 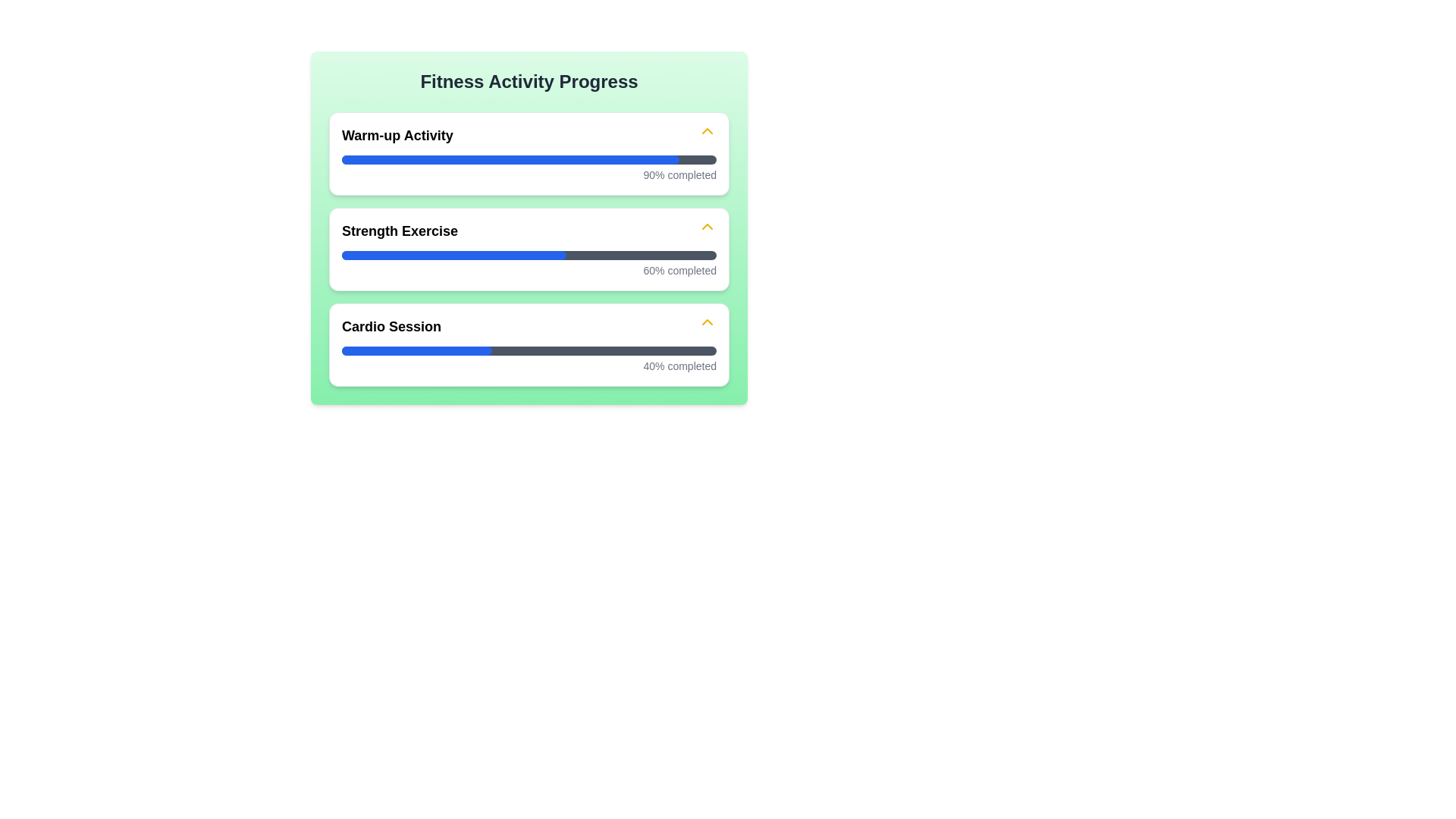 What do you see at coordinates (706, 324) in the screenshot?
I see `the Chevron Up icon located in the top-right corner of the 'Cardio Session' card` at bounding box center [706, 324].